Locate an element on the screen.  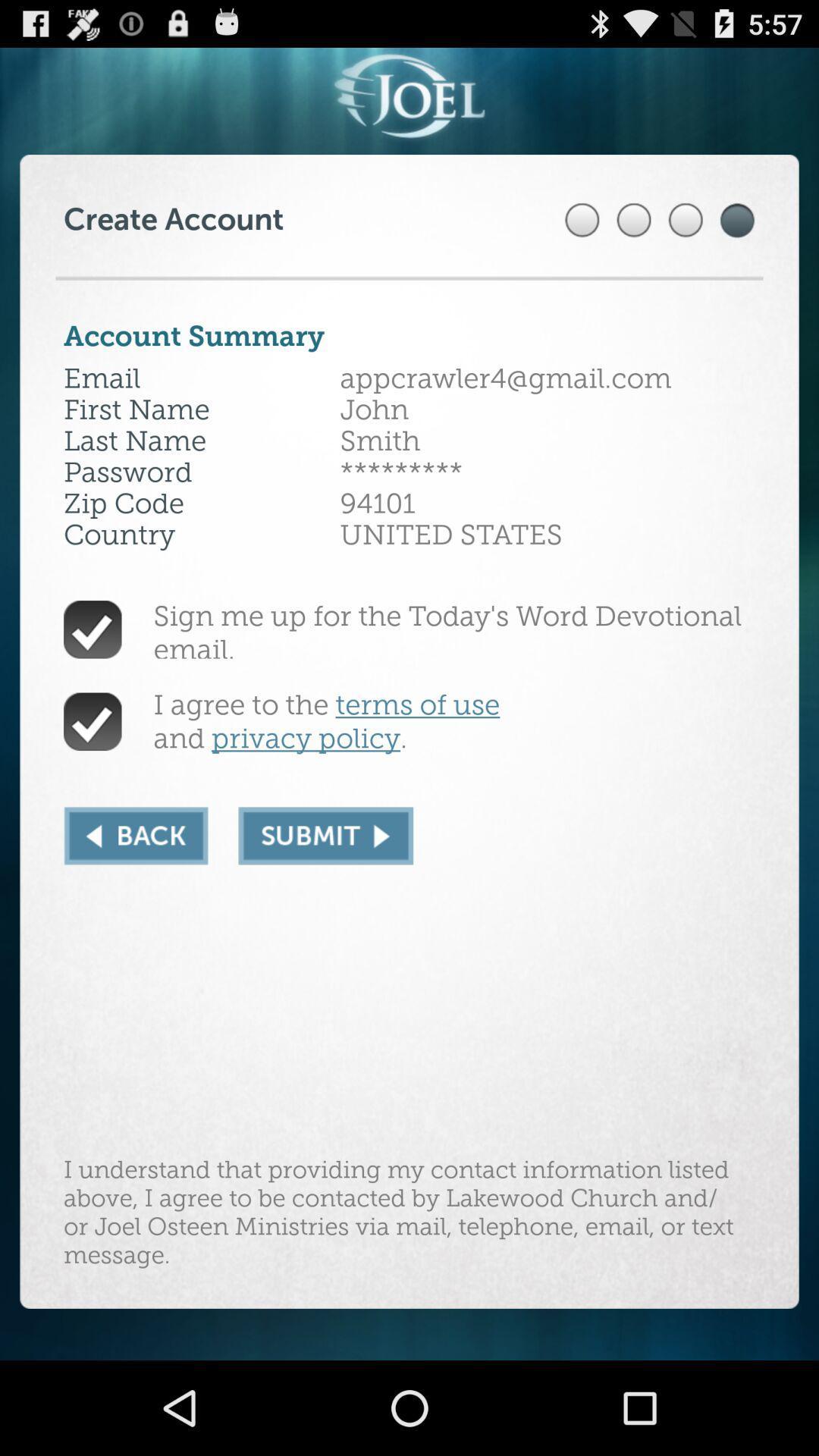
submit information is located at coordinates (325, 835).